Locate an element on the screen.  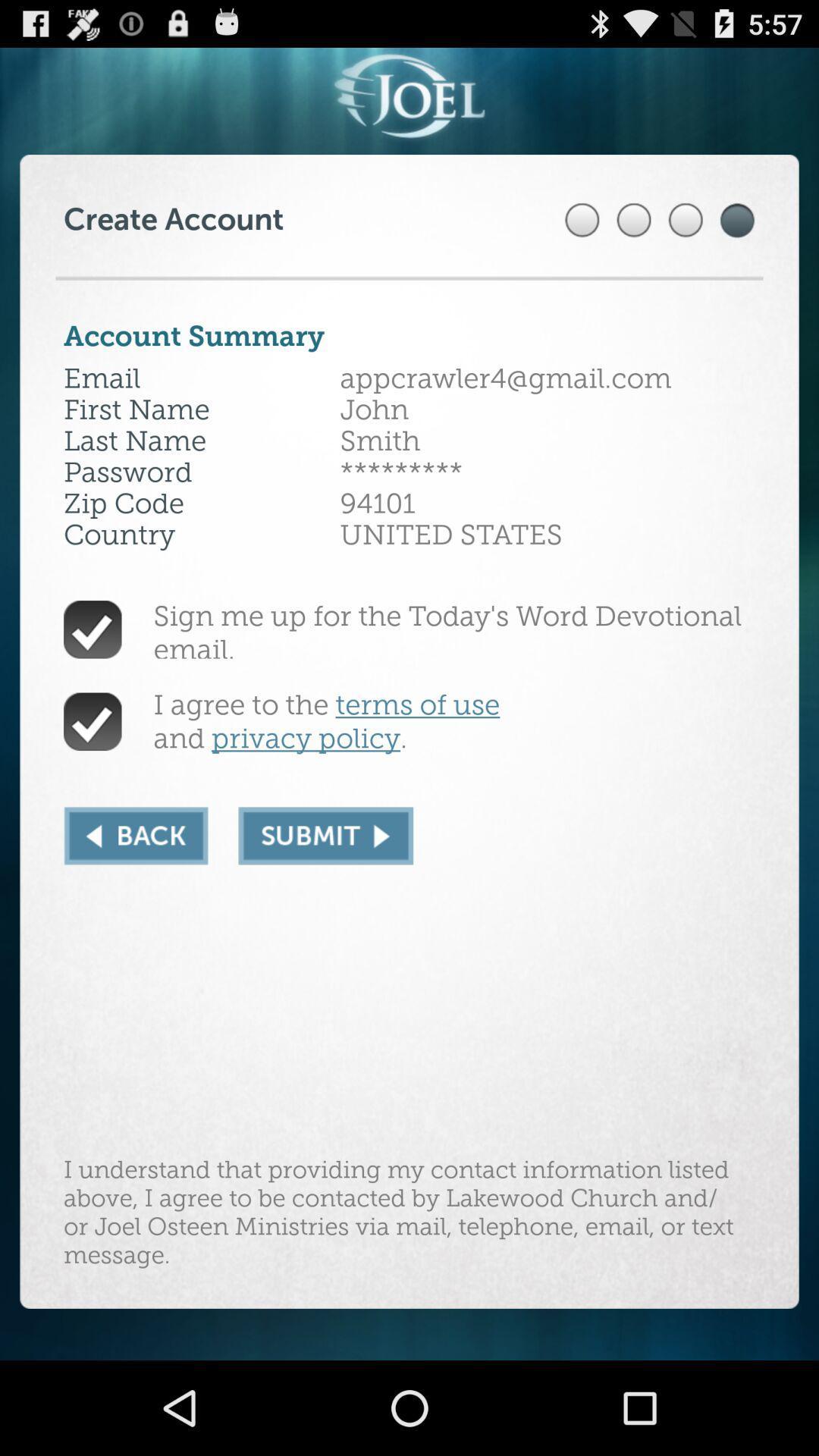
submit information is located at coordinates (325, 835).